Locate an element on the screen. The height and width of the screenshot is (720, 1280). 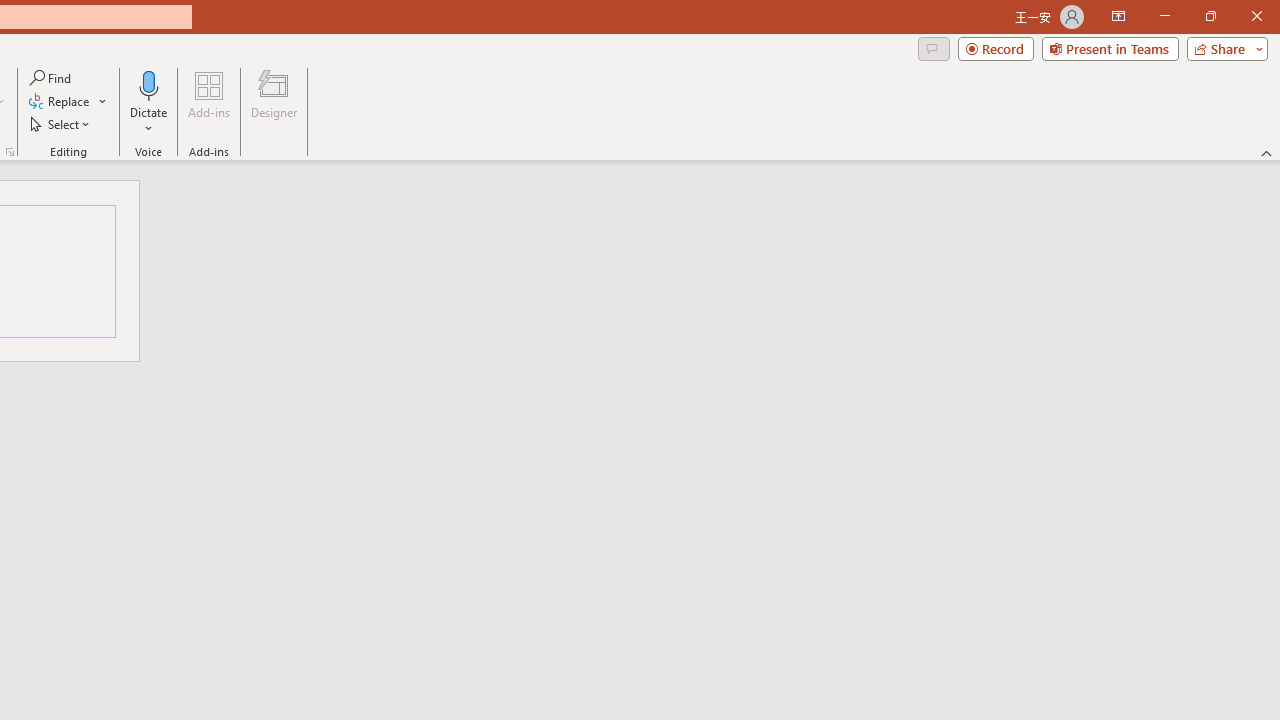
'Share' is located at coordinates (1222, 47).